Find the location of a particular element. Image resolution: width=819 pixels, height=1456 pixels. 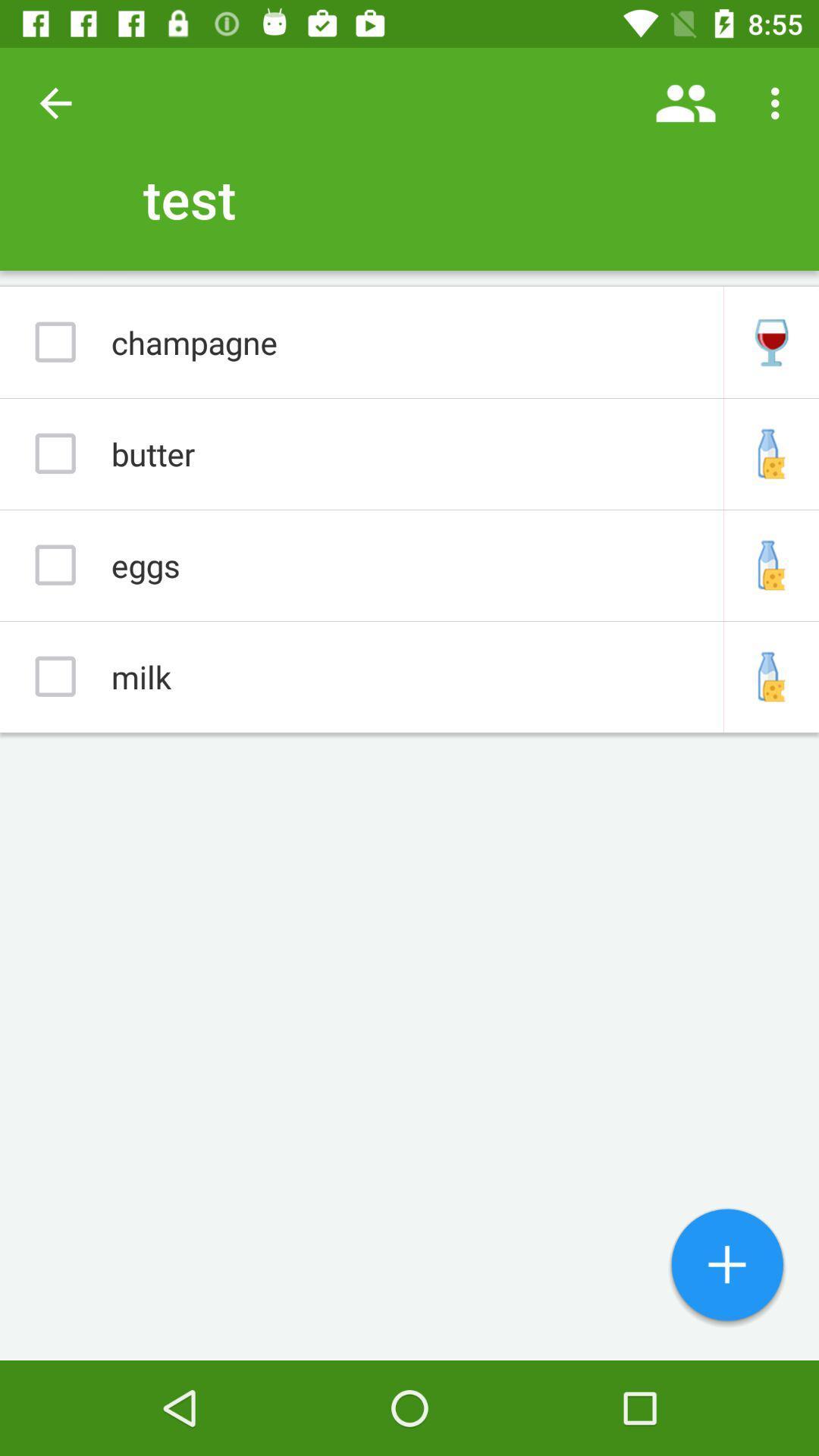

the symbol which is above test is located at coordinates (686, 103).